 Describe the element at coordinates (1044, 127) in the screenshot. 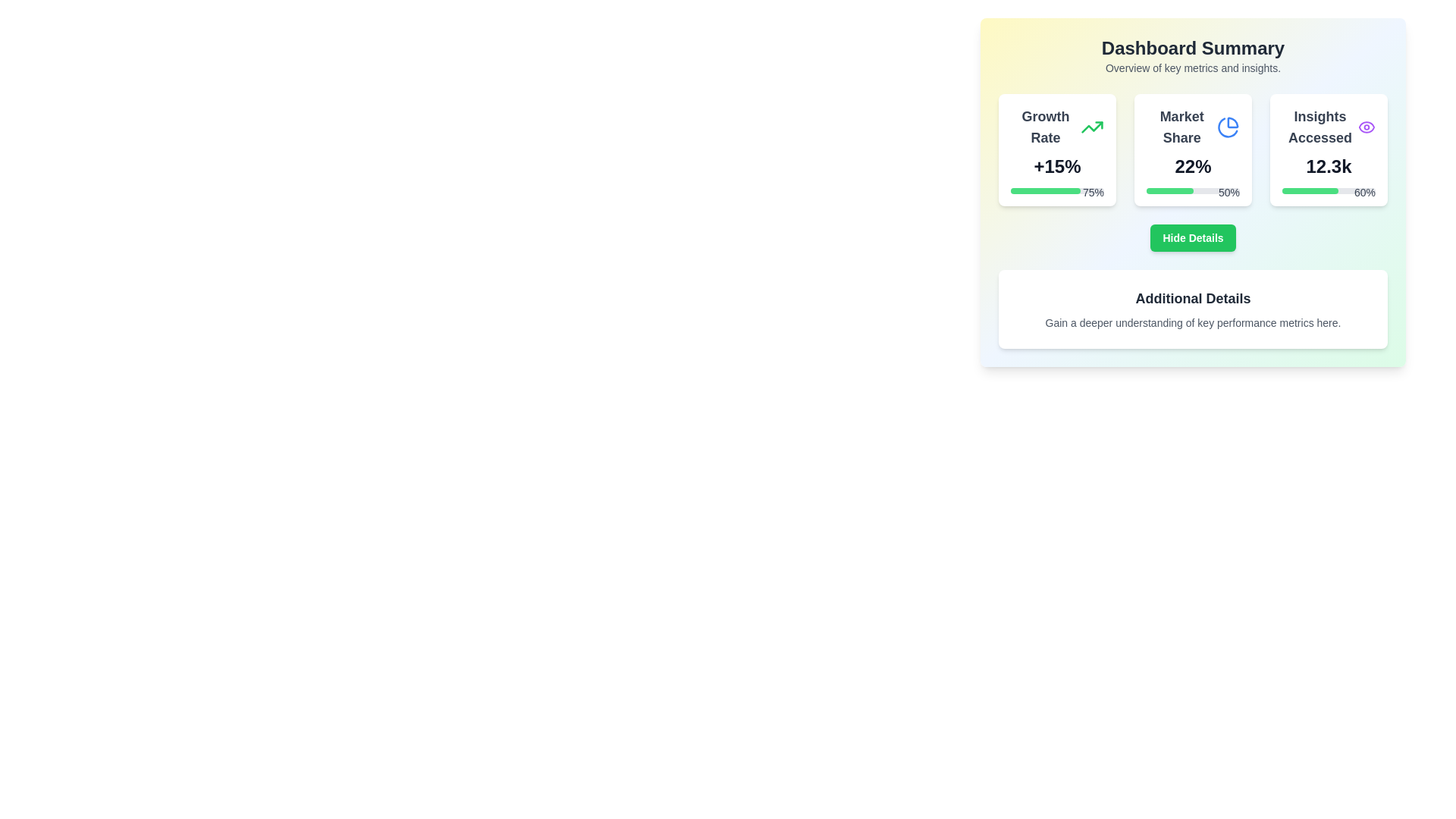

I see `the 'Growth Rate' text label located at the top-left corner of a card-like structure in the main dashboard area` at that location.